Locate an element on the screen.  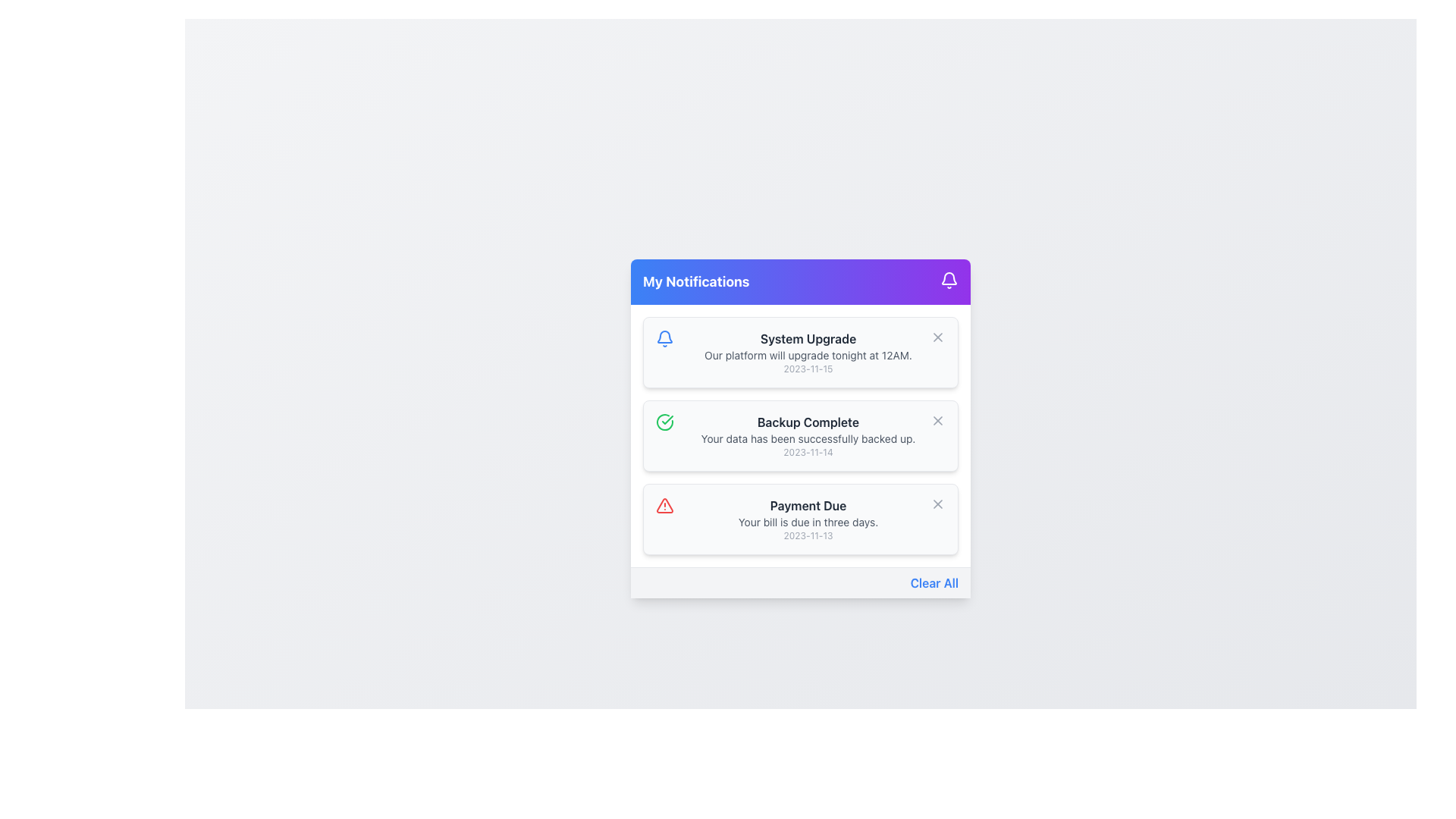
title text of the first notification card in the 'My Notifications' panel, located at the top above the additional text and date is located at coordinates (807, 337).